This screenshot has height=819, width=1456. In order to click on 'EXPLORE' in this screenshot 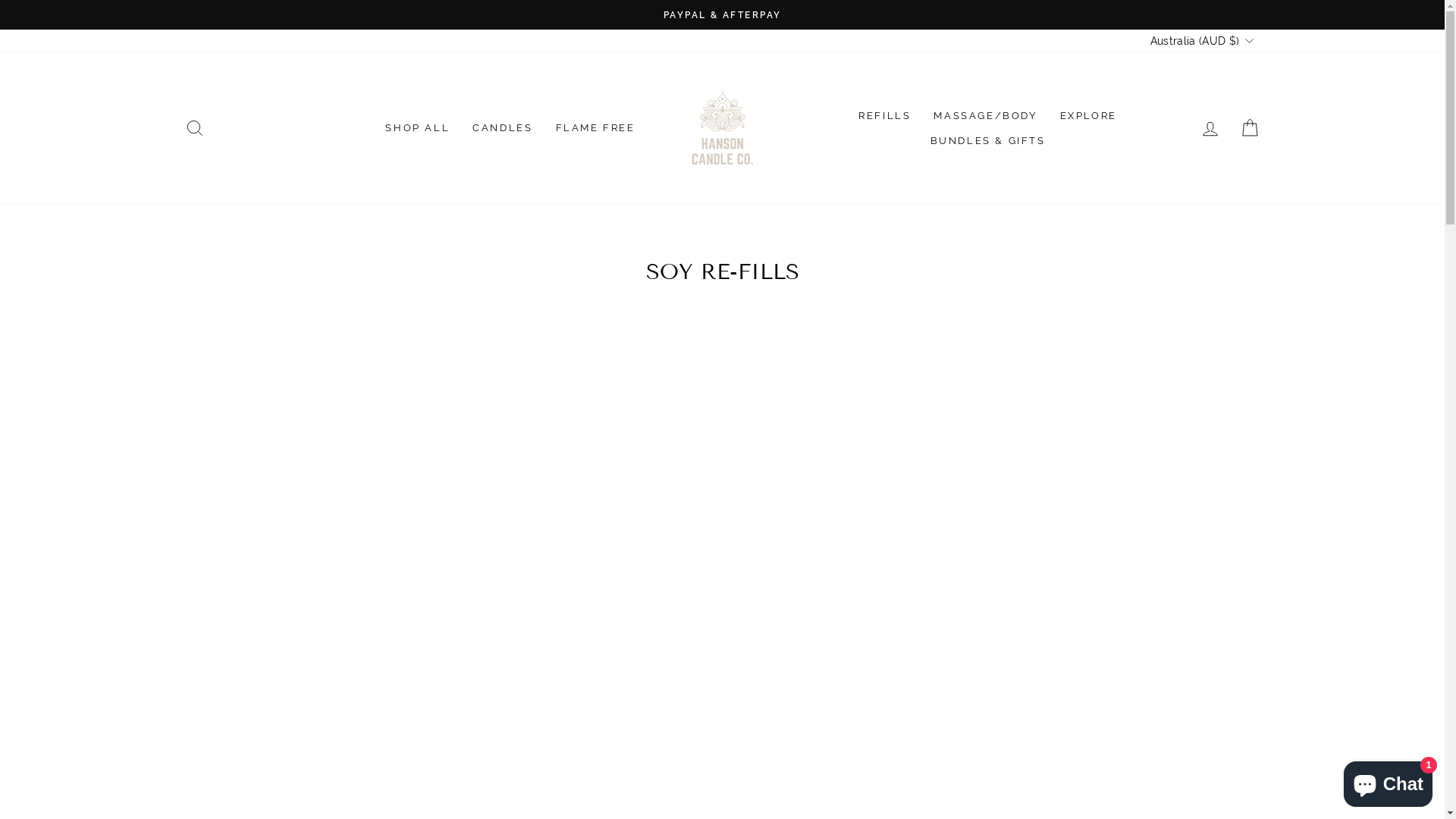, I will do `click(1087, 115)`.